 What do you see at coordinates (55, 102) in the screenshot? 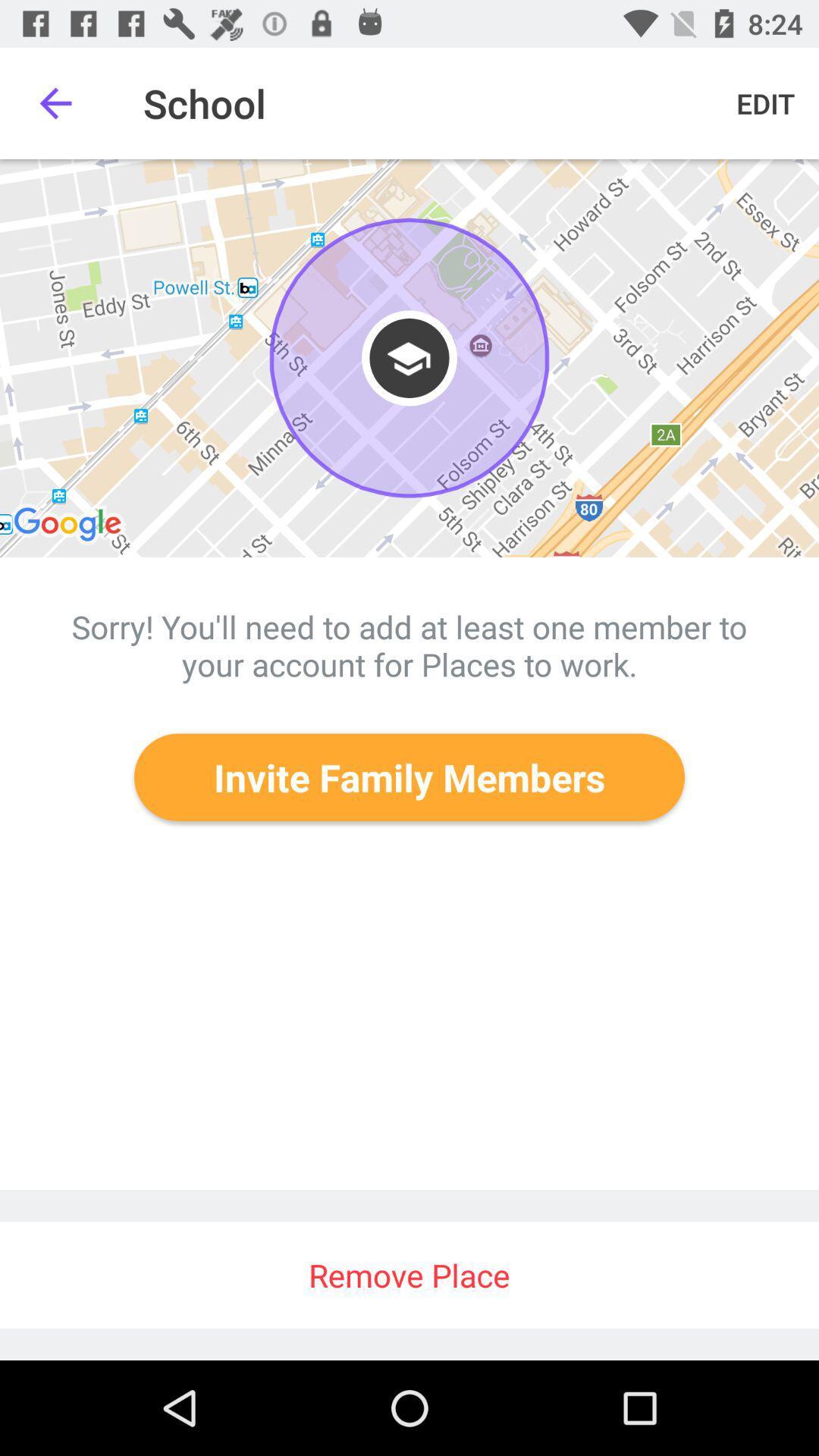
I see `the icon to the left of the school` at bounding box center [55, 102].